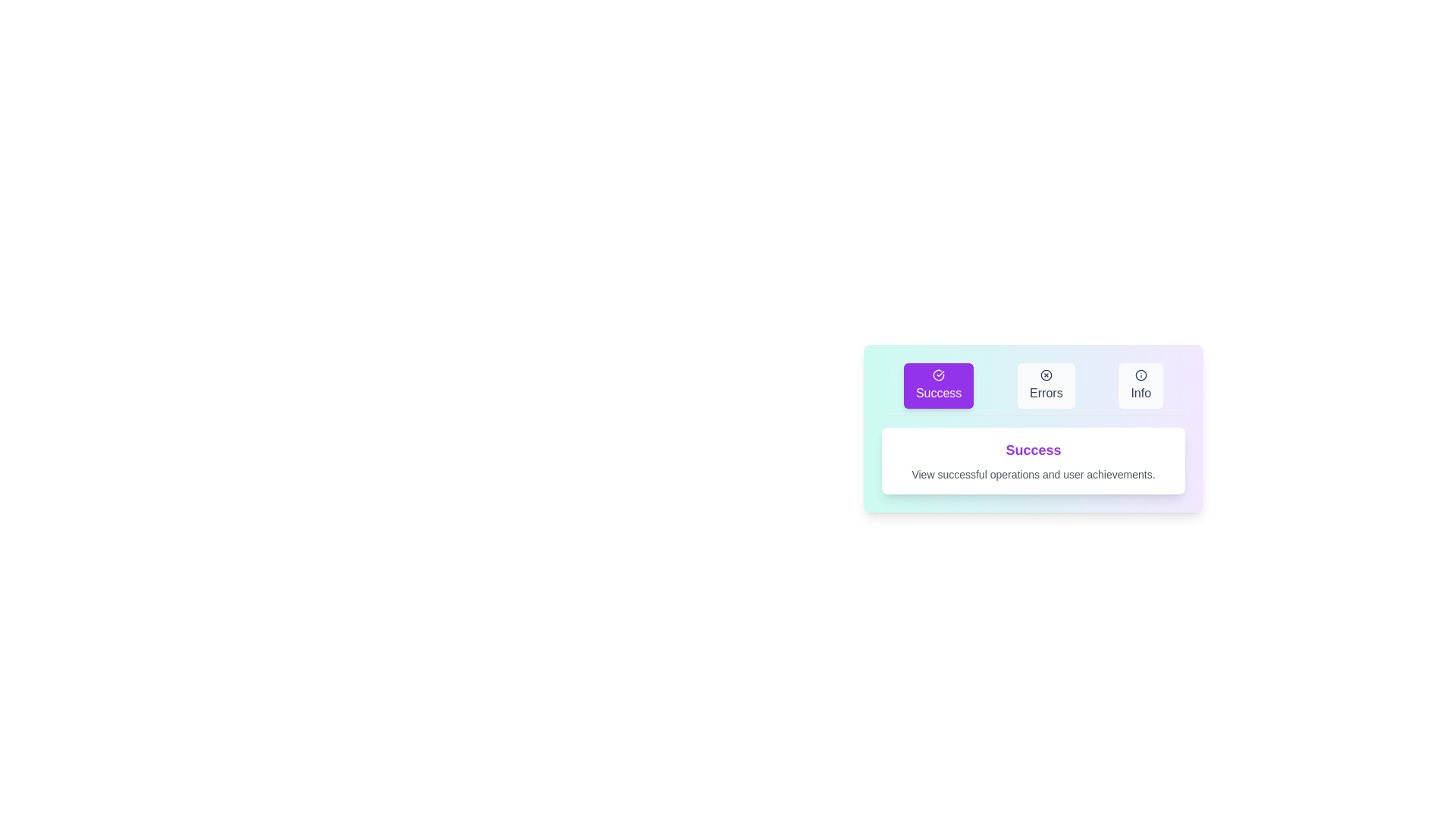 This screenshot has width=1456, height=819. Describe the element at coordinates (910, 466) in the screenshot. I see `the textual content 'View successful operations and user achievements.'` at that location.